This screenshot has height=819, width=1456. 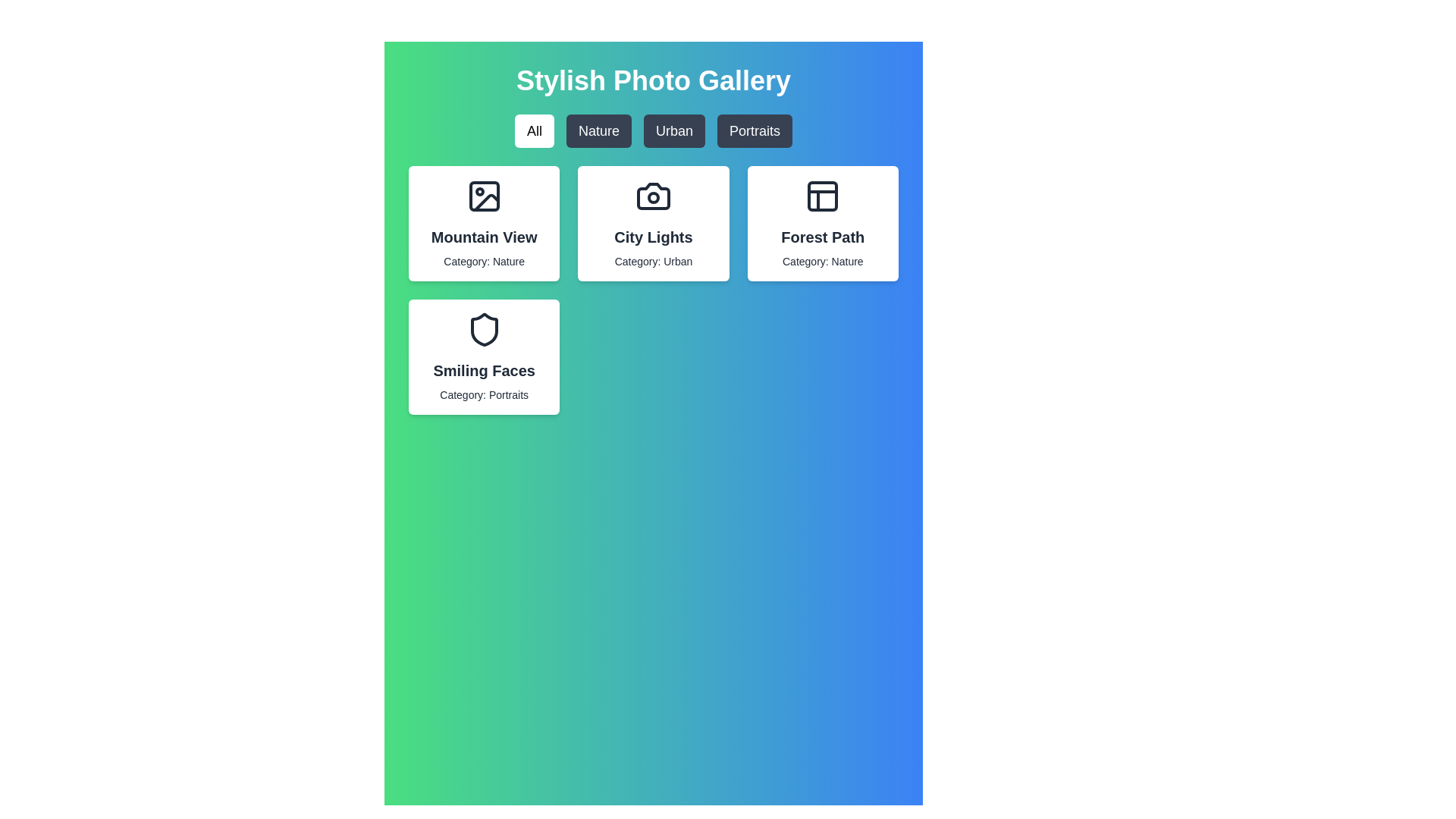 I want to click on the 'Portraits' button, which is a rectangular button with a dark background and rounded corners located in the top row of a photo gallery interface, to filter the gallery by 'Portraits' category, so click(x=755, y=130).